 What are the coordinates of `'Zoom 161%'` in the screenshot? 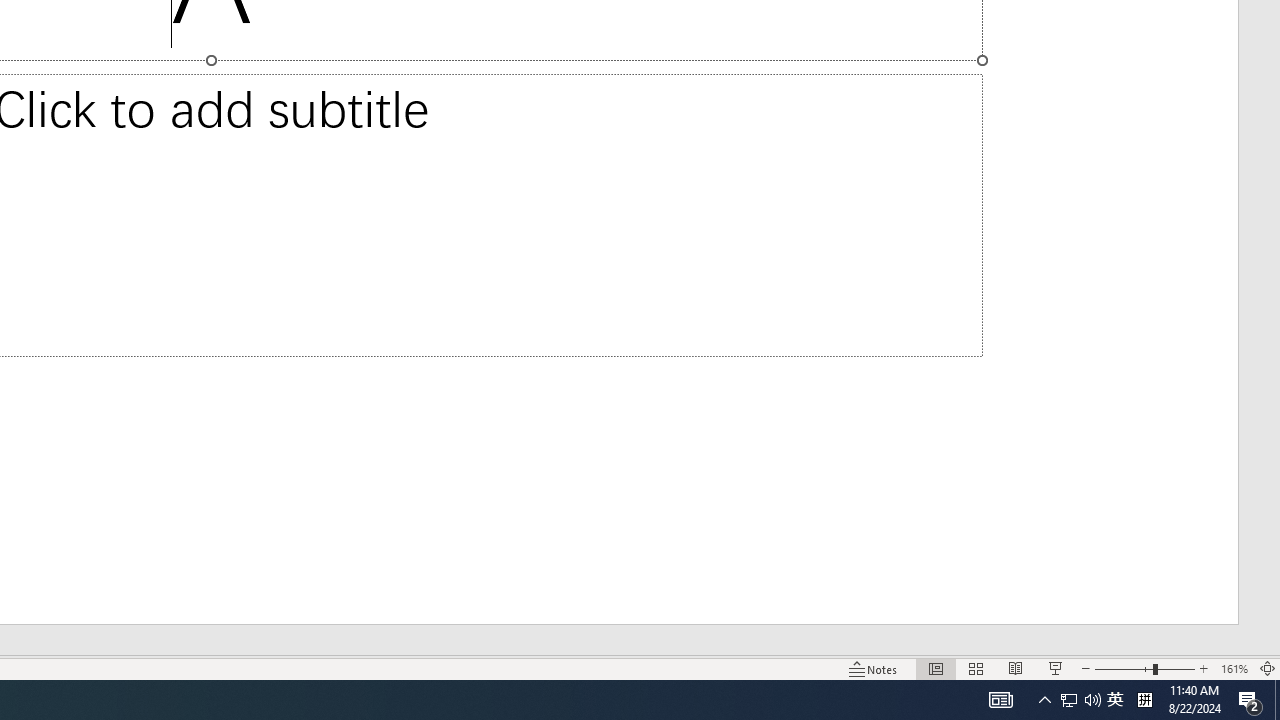 It's located at (1233, 669).